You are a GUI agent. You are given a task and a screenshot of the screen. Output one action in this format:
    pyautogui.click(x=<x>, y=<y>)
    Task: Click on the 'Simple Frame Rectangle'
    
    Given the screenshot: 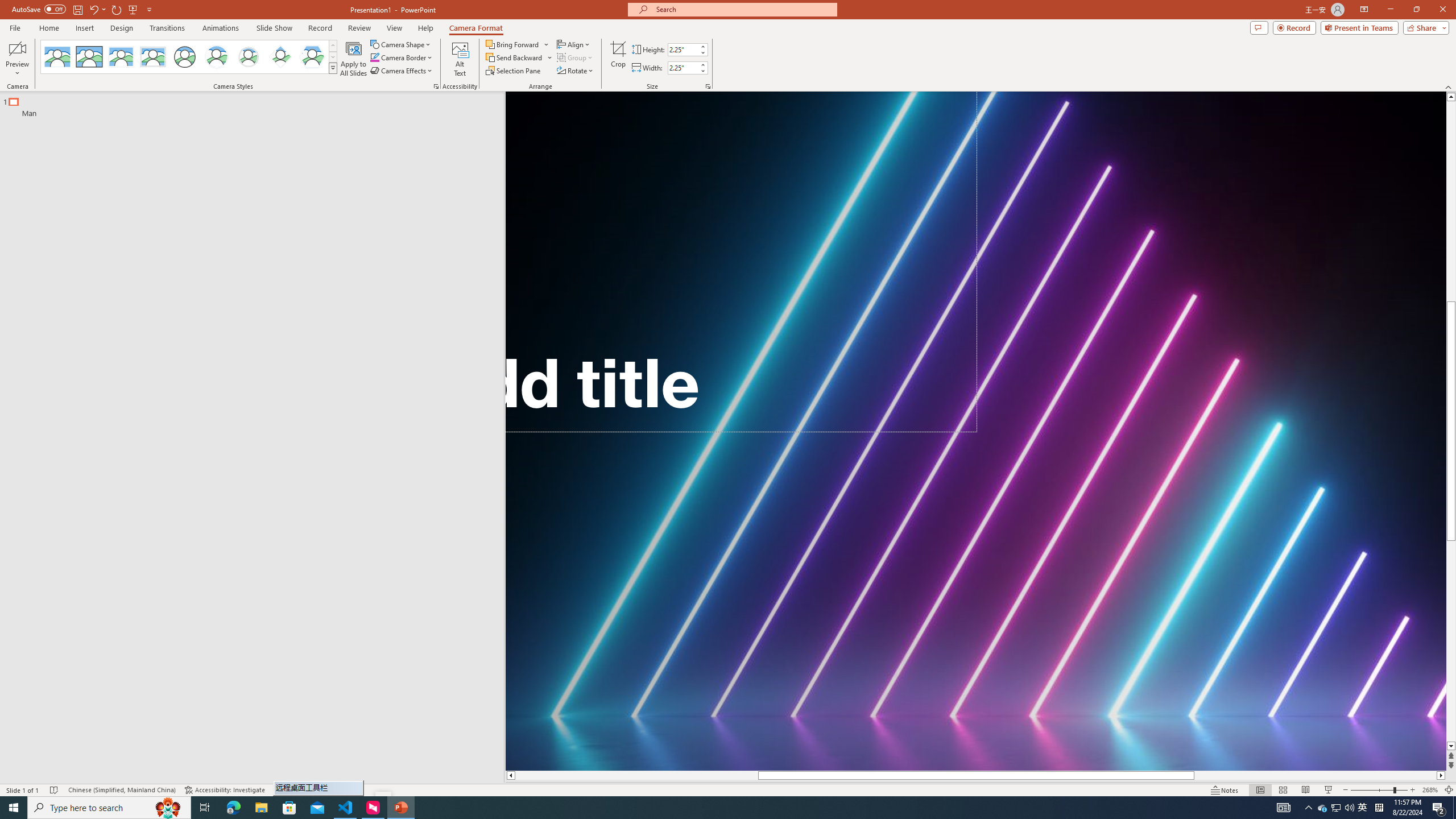 What is the action you would take?
    pyautogui.click(x=88, y=56)
    